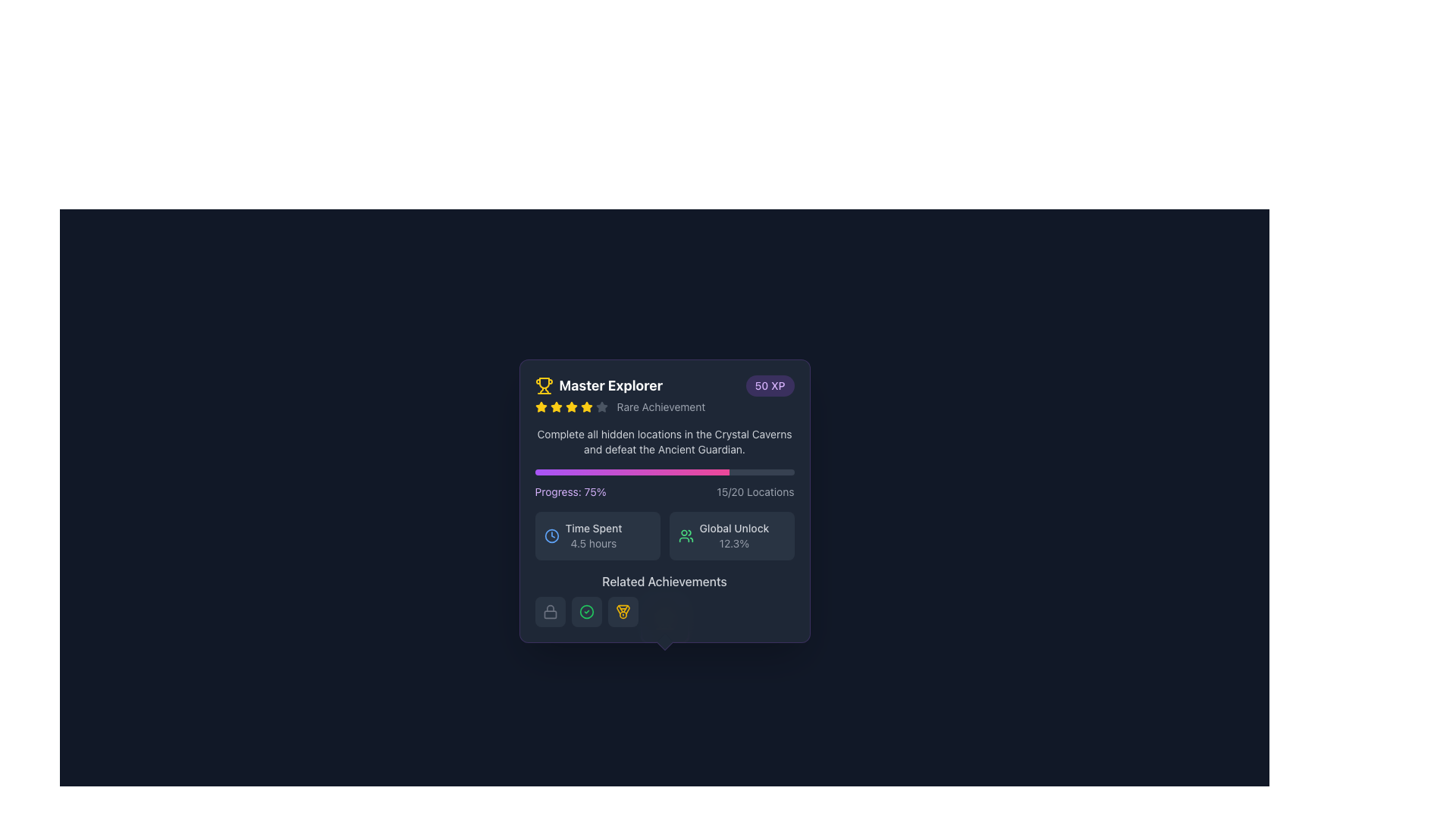  What do you see at coordinates (664, 598) in the screenshot?
I see `informational section located at the bottom of the achievement details card, which provides additional related information or options connected to the main achievement` at bounding box center [664, 598].